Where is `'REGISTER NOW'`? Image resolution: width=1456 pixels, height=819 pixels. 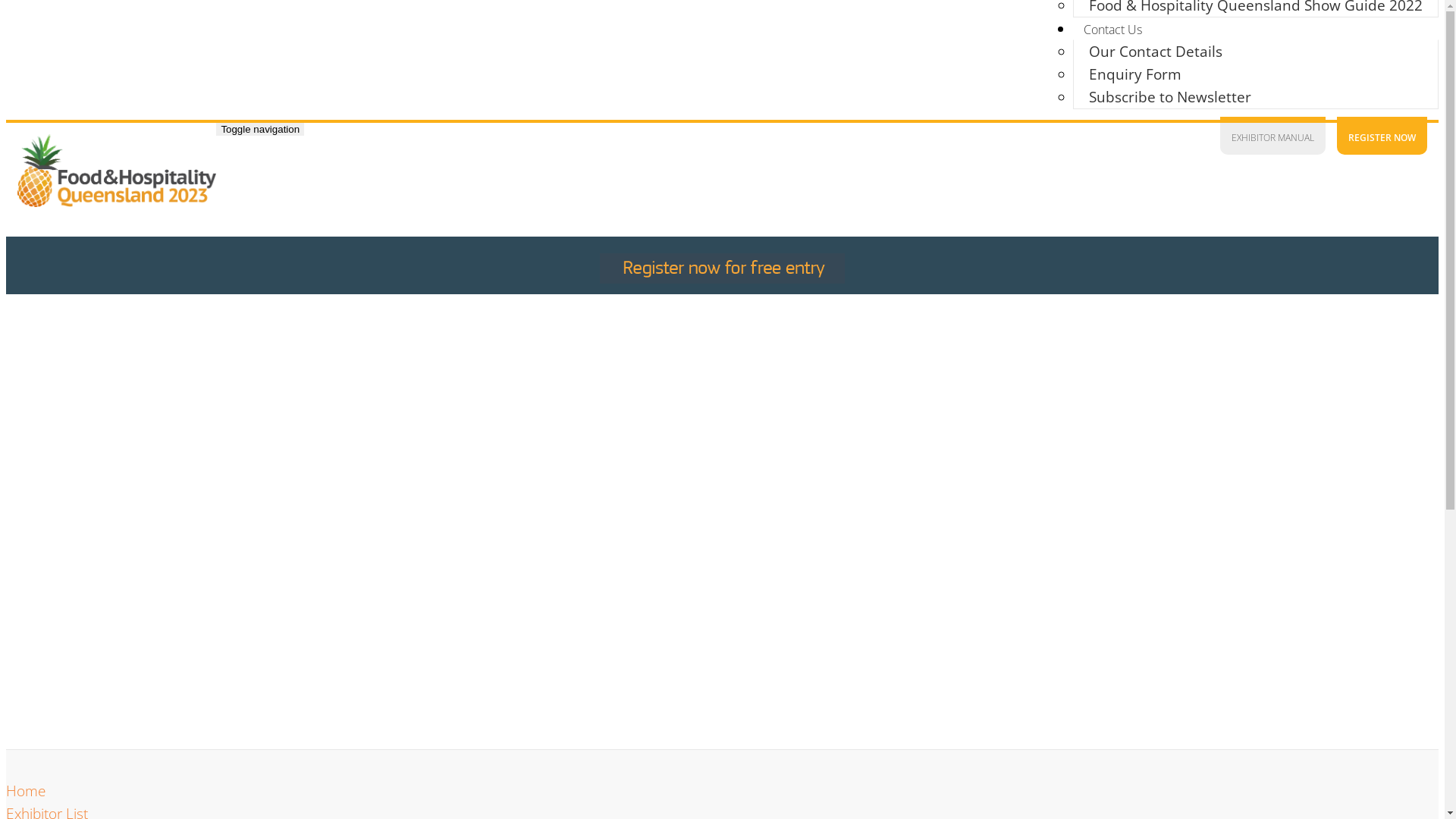 'REGISTER NOW' is located at coordinates (1382, 134).